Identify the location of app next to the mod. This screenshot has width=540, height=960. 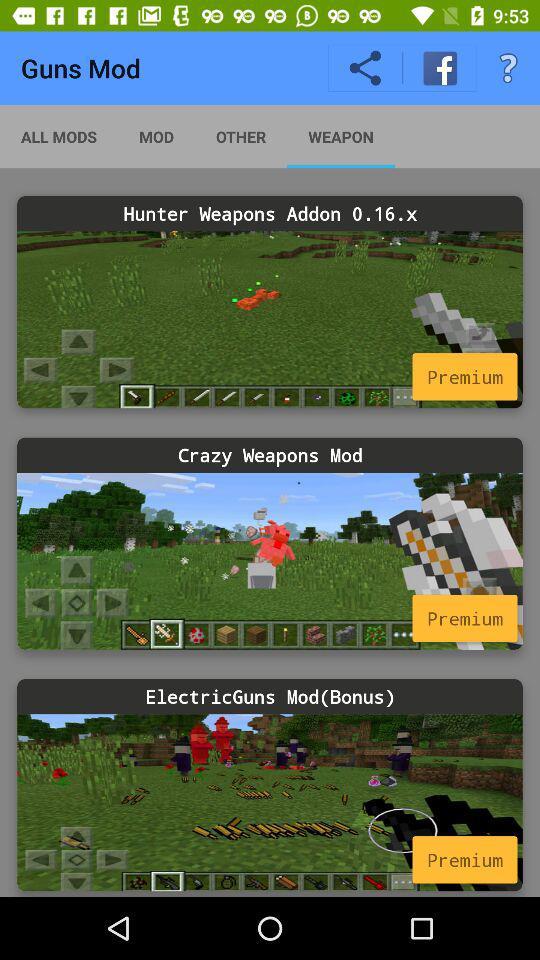
(59, 135).